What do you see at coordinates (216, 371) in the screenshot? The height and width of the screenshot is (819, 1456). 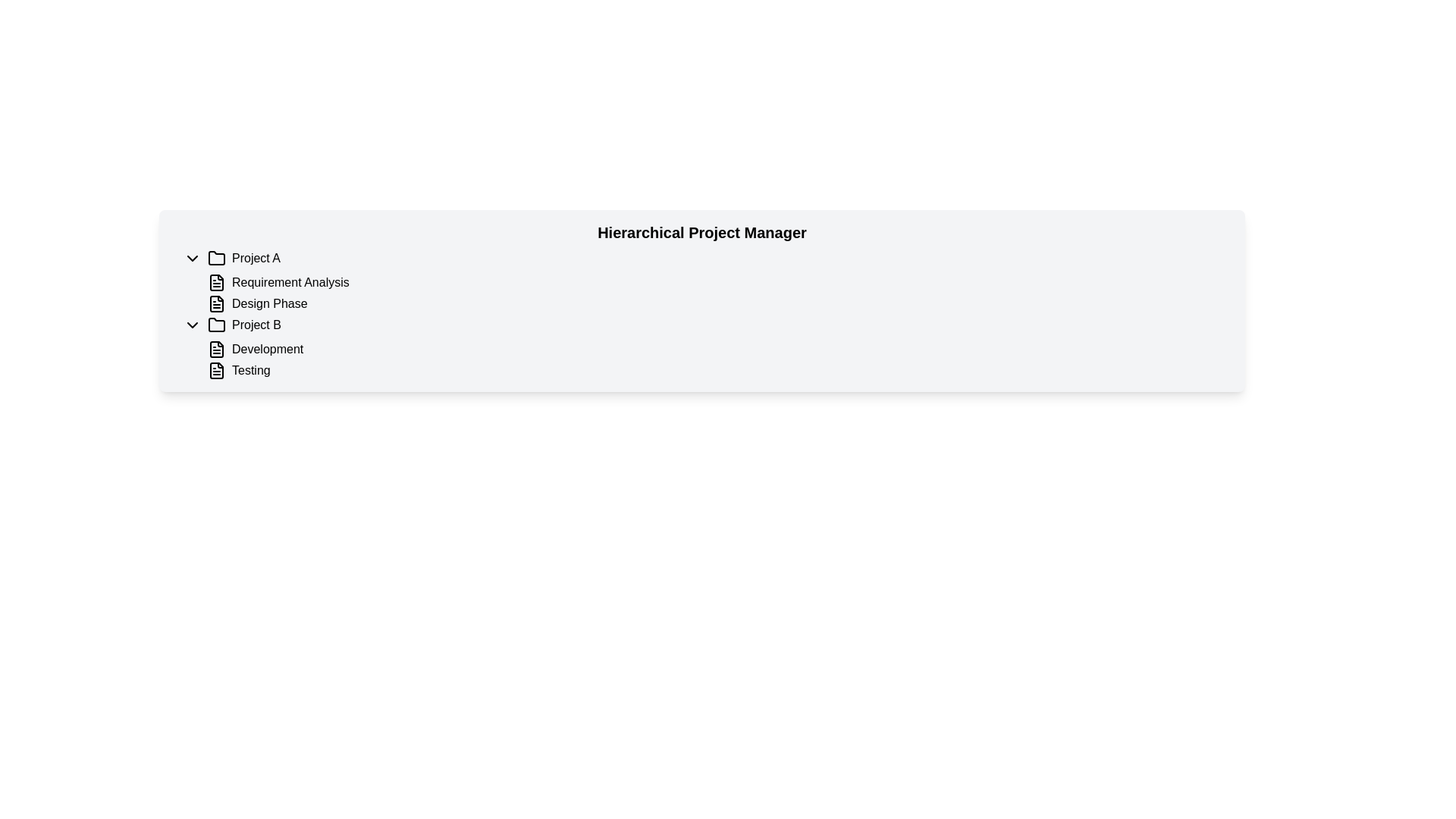 I see `the small black icon resembling a file document with lines, located to the left of the text 'Testing' in the interface` at bounding box center [216, 371].